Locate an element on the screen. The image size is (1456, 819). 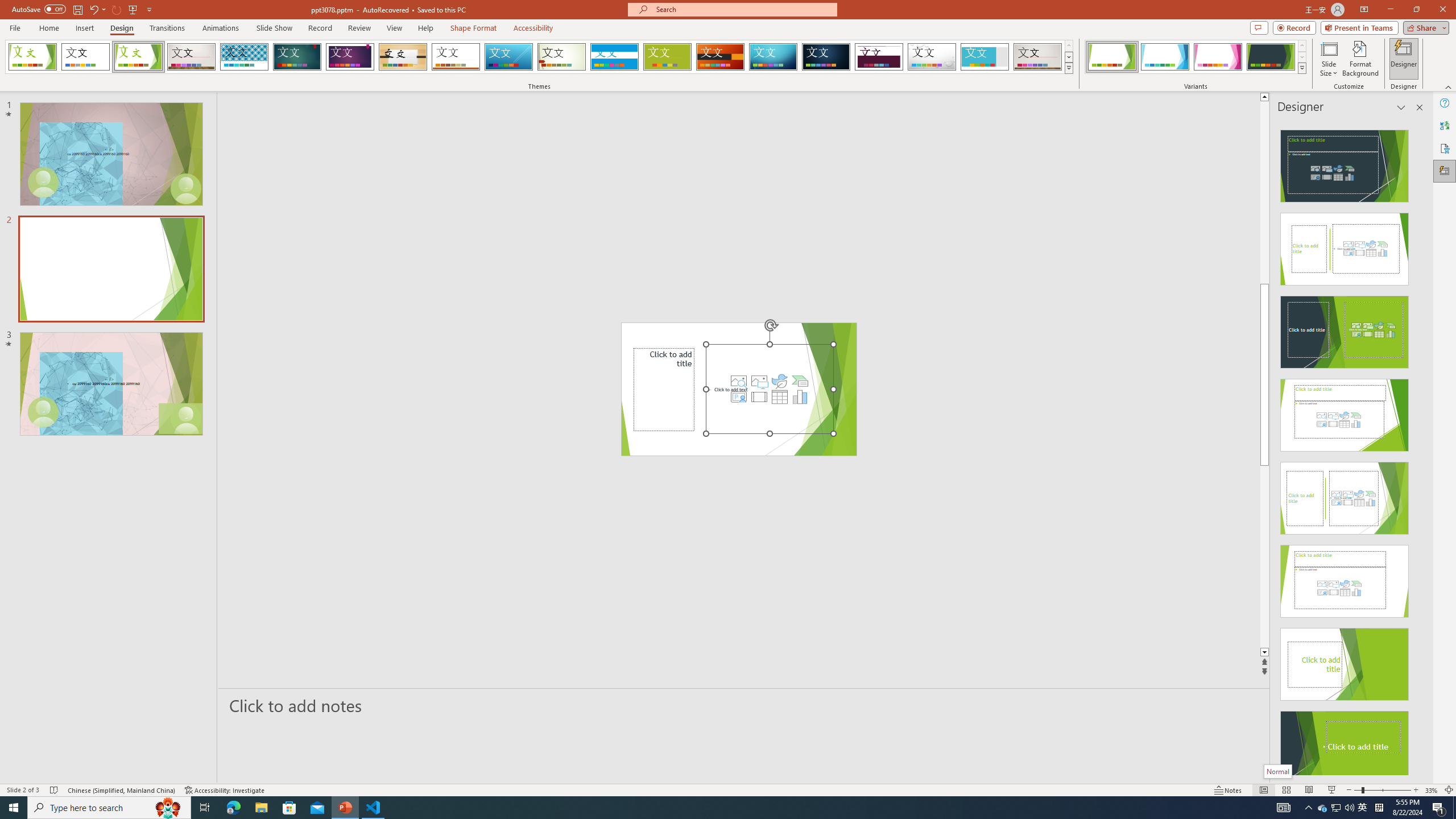
'Ion Boardroom' is located at coordinates (350, 56).